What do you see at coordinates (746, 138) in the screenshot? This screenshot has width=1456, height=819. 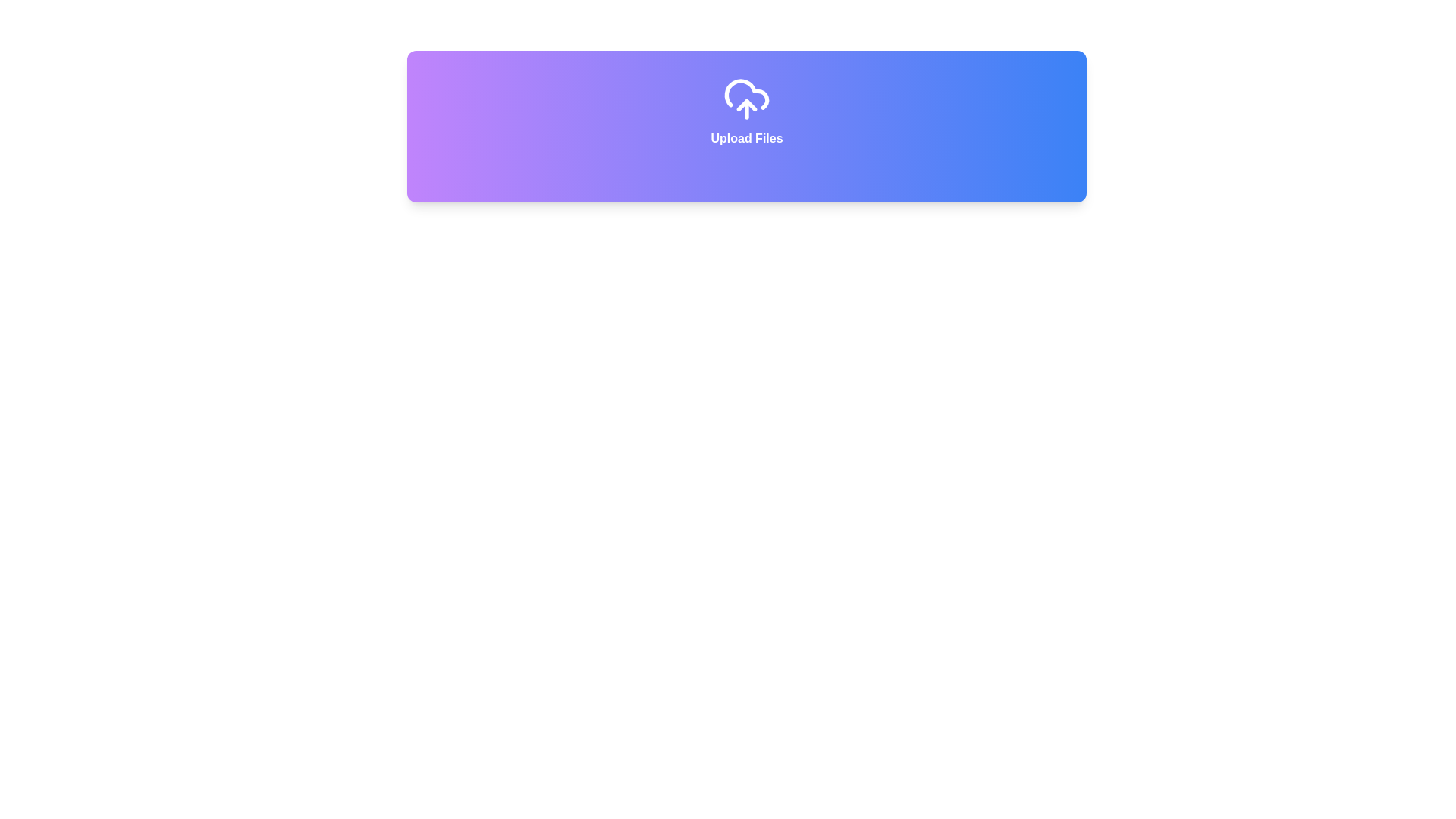 I see `the 'Upload Files' text label, which is displayed in bold font and located under a cloud upload icon within a gradient-colored rectangular area` at bounding box center [746, 138].